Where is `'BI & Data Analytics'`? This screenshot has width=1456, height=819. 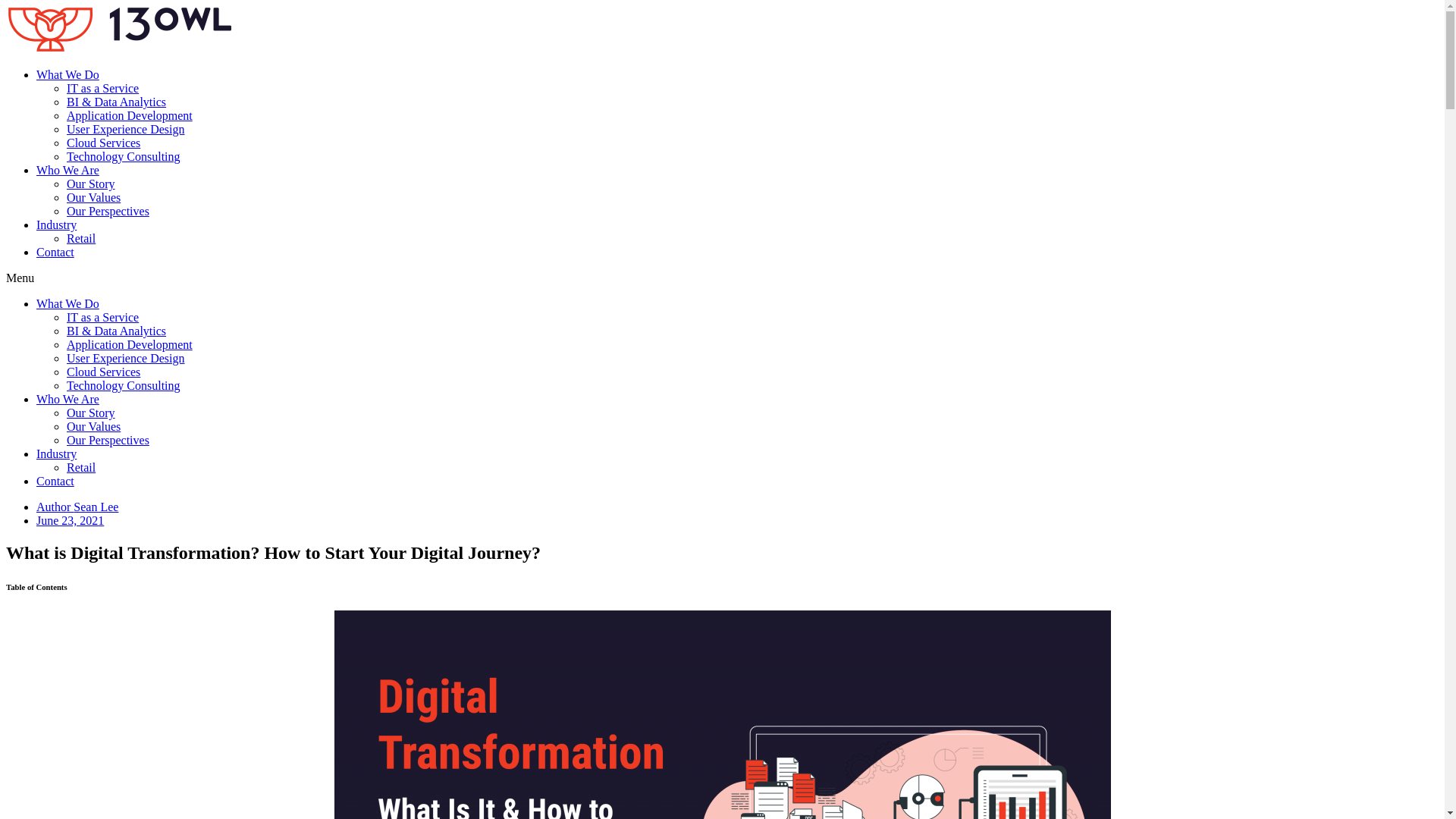 'BI & Data Analytics' is located at coordinates (65, 102).